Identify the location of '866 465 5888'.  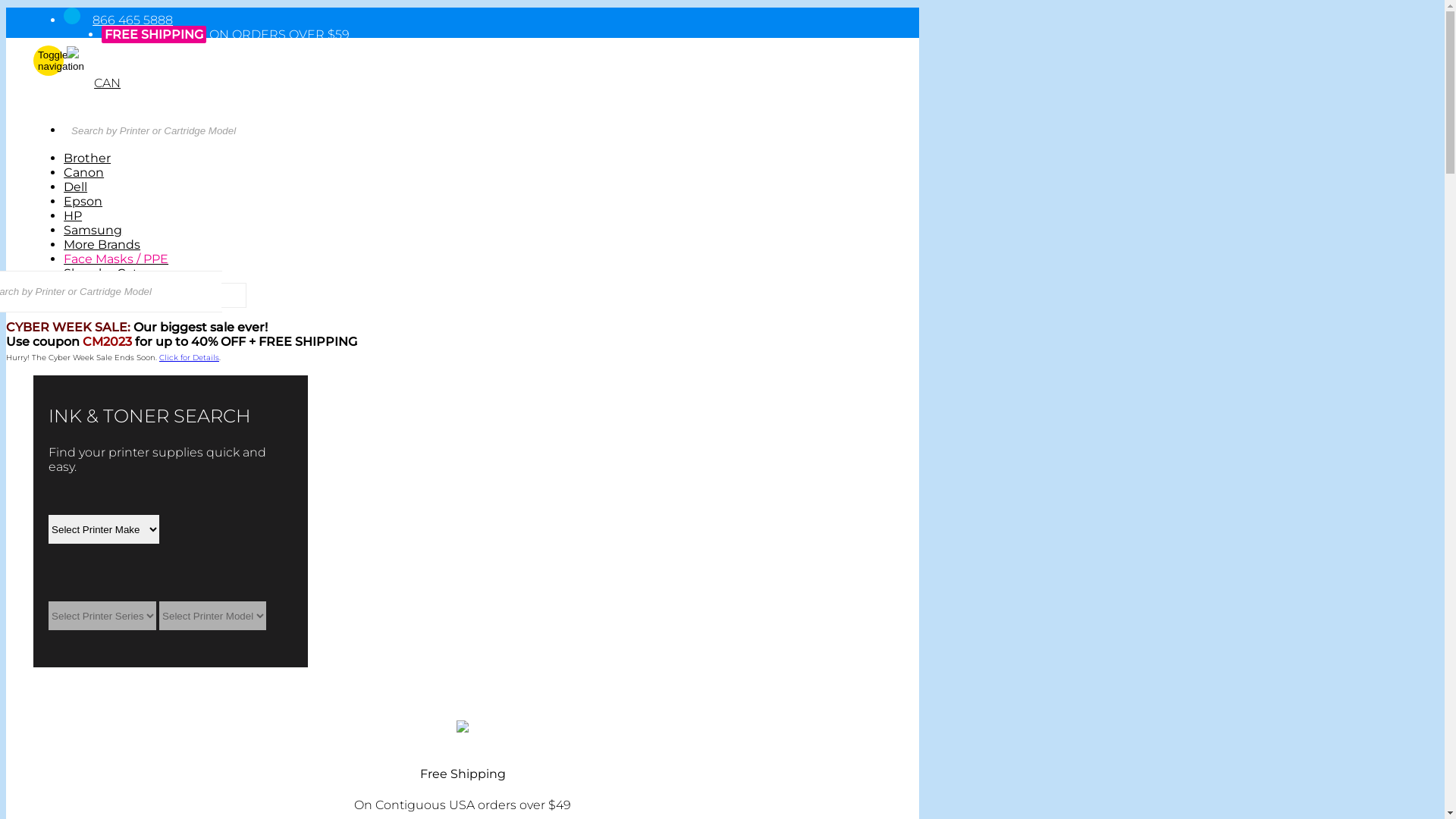
(132, 20).